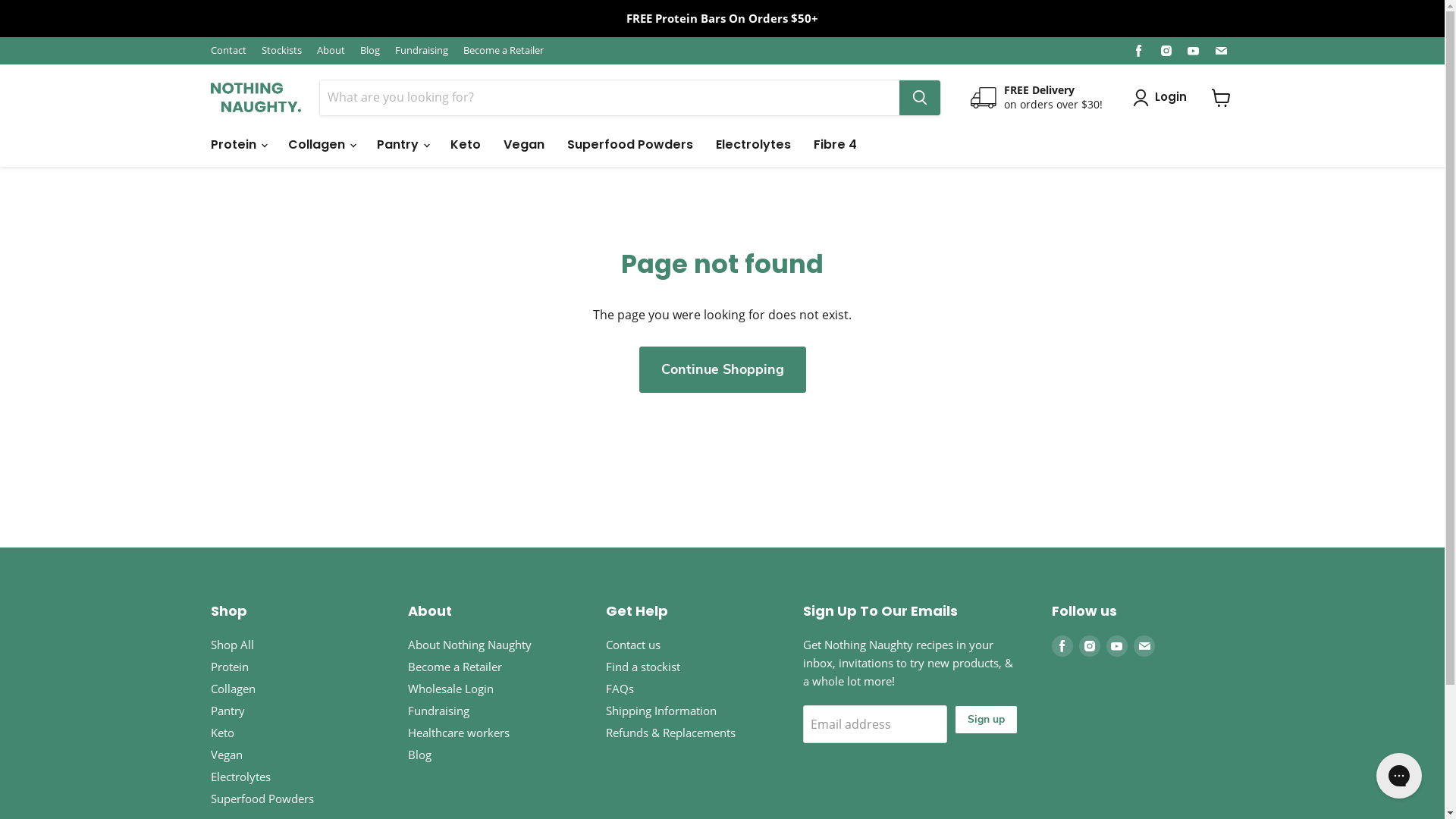  What do you see at coordinates (221, 731) in the screenshot?
I see `'Keto'` at bounding box center [221, 731].